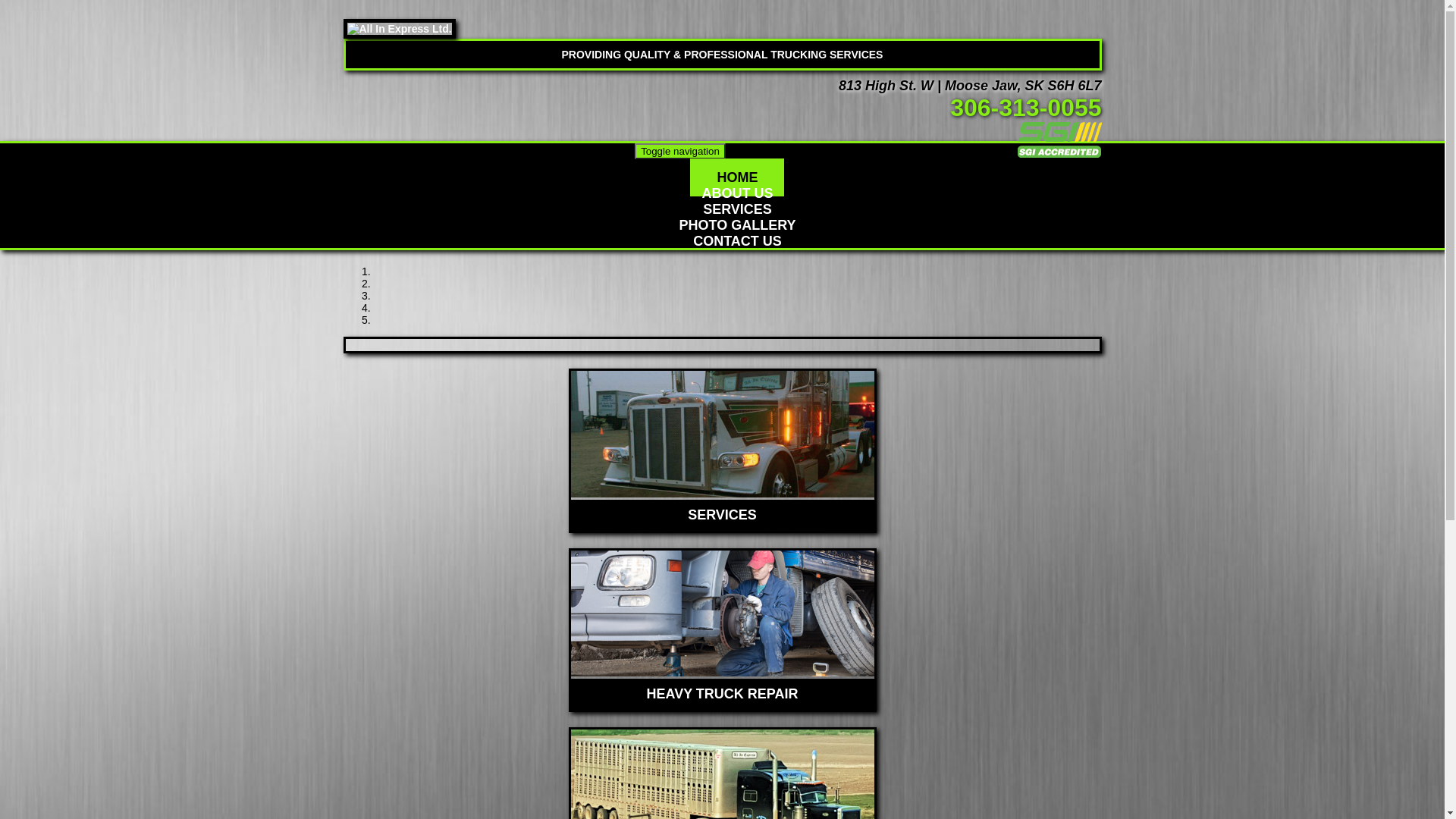  I want to click on 'SERVICES', so click(570, 509).